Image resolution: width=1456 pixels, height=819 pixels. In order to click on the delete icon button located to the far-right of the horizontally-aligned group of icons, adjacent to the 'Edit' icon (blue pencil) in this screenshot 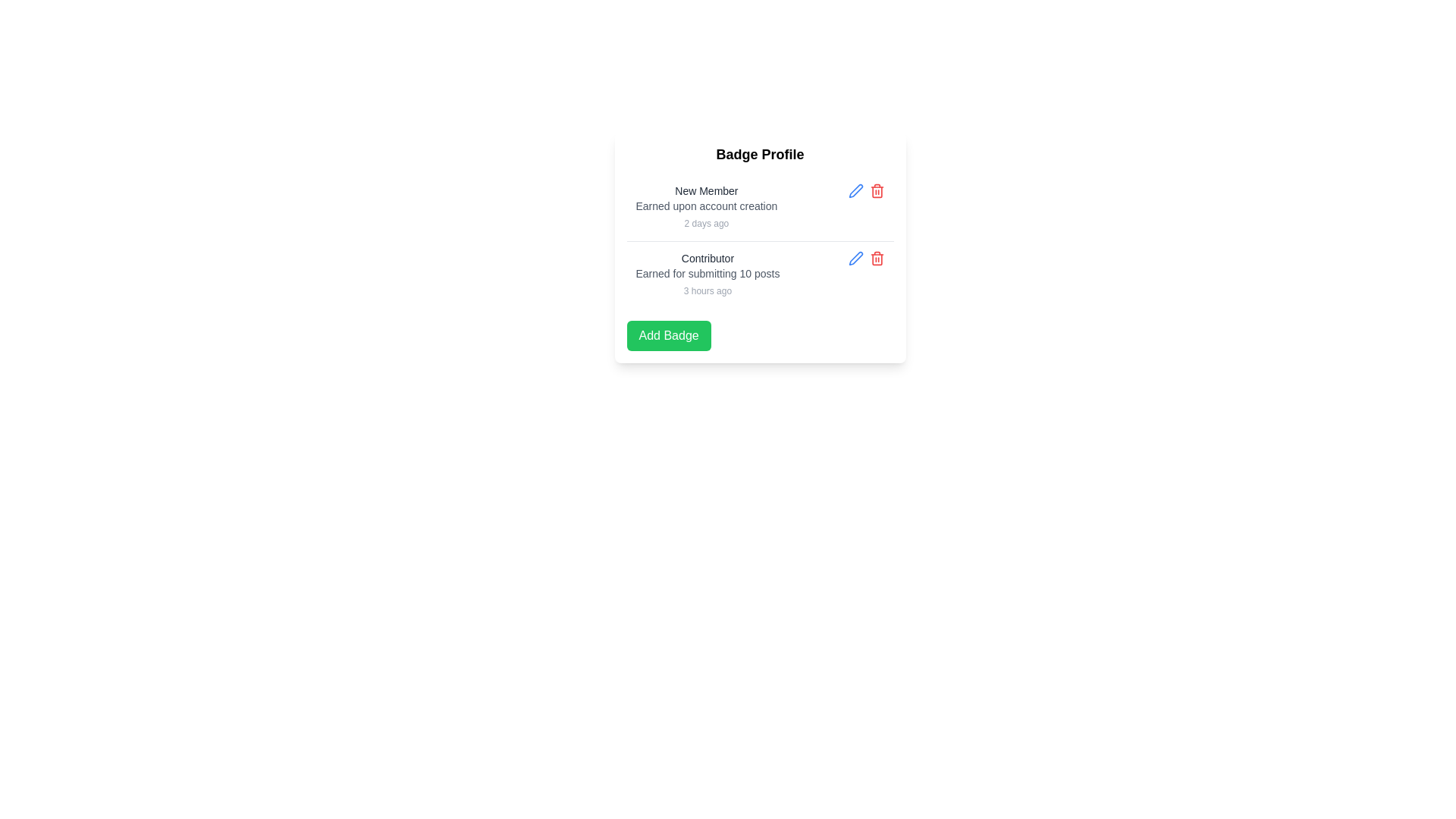, I will do `click(877, 190)`.